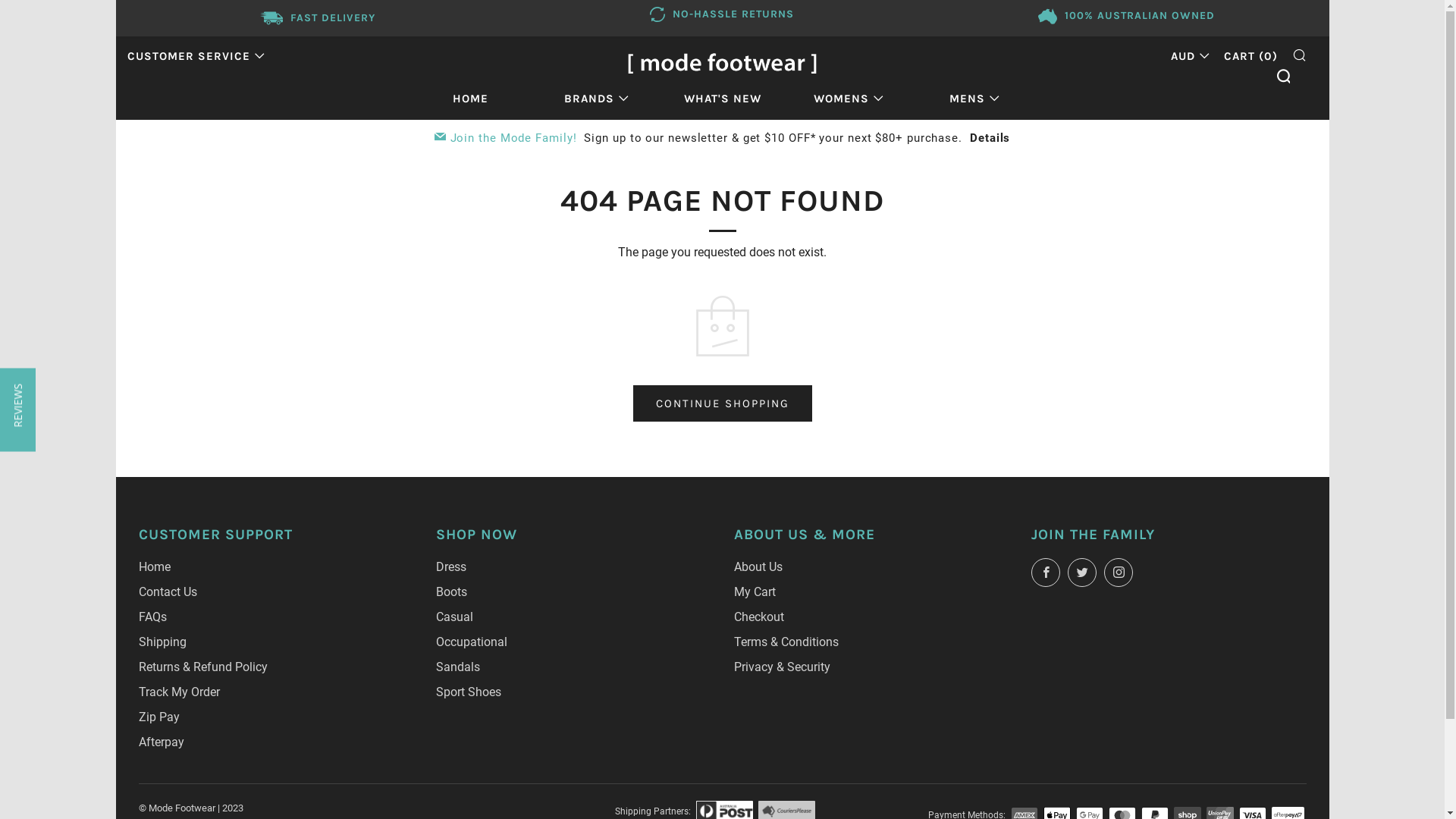  What do you see at coordinates (759, 617) in the screenshot?
I see `'Checkout'` at bounding box center [759, 617].